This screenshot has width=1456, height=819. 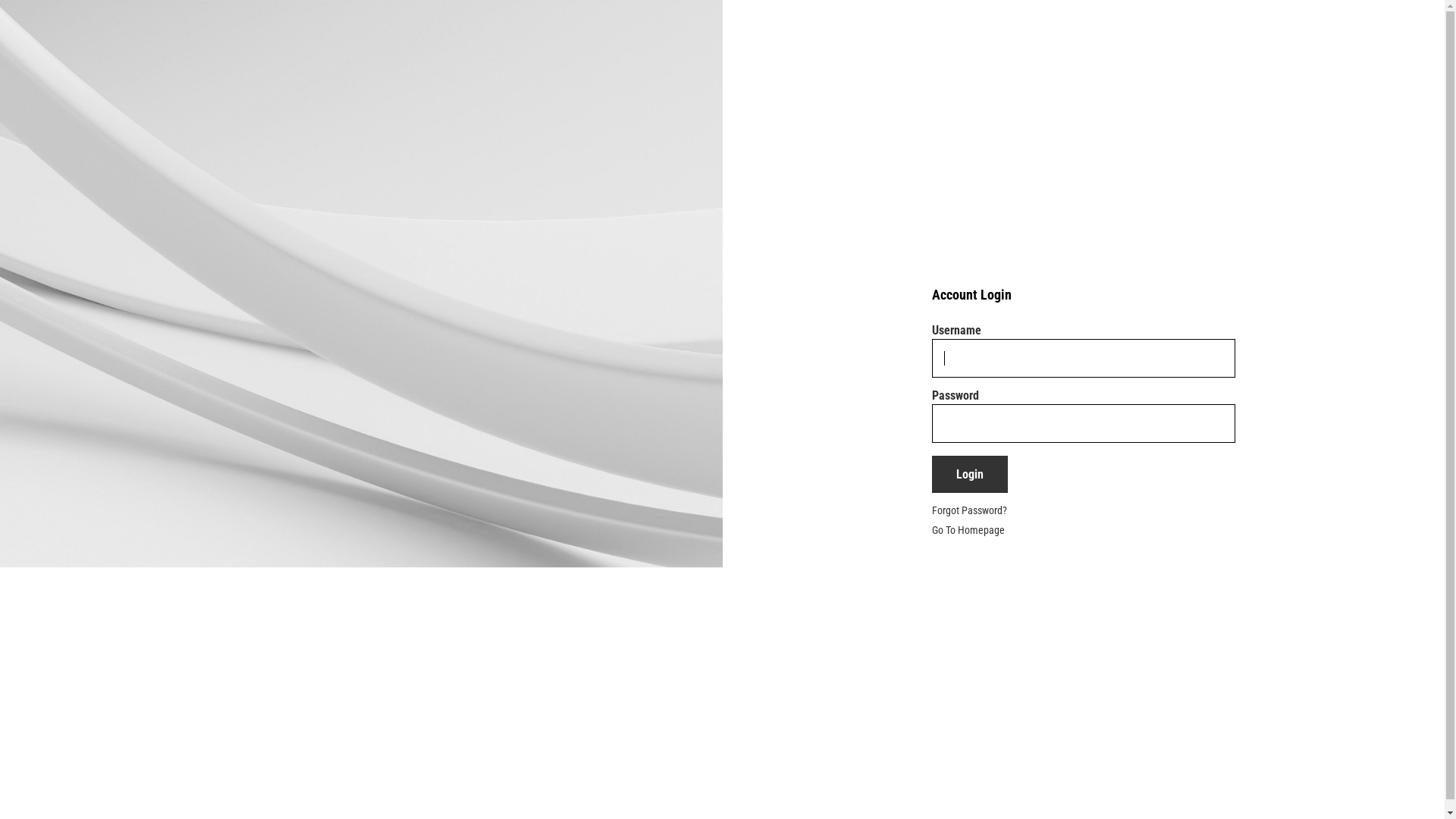 What do you see at coordinates (968, 510) in the screenshot?
I see `'Forgot Password?'` at bounding box center [968, 510].